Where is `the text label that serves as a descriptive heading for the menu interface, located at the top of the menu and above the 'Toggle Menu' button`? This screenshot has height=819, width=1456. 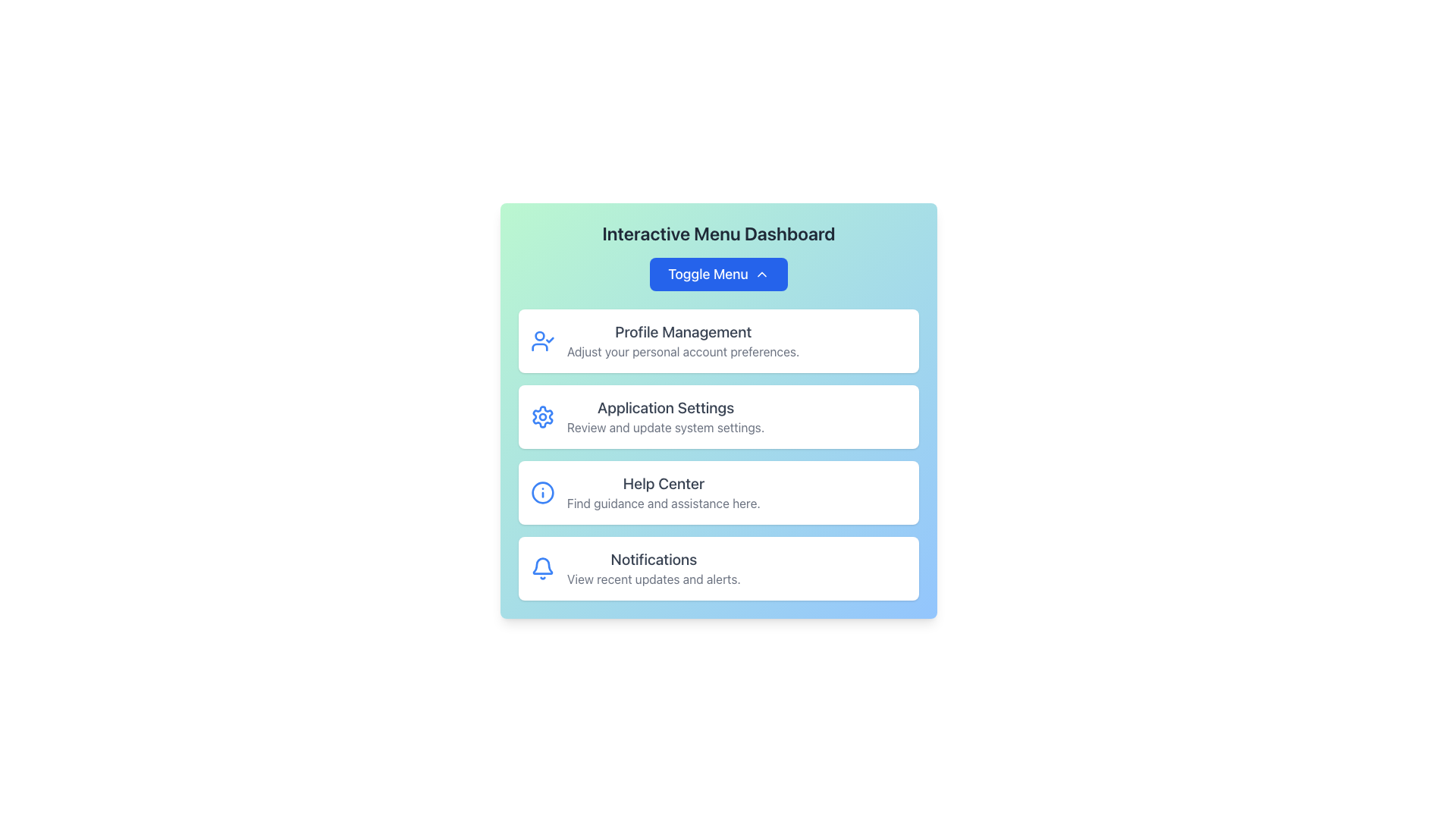 the text label that serves as a descriptive heading for the menu interface, located at the top of the menu and above the 'Toggle Menu' button is located at coordinates (718, 234).